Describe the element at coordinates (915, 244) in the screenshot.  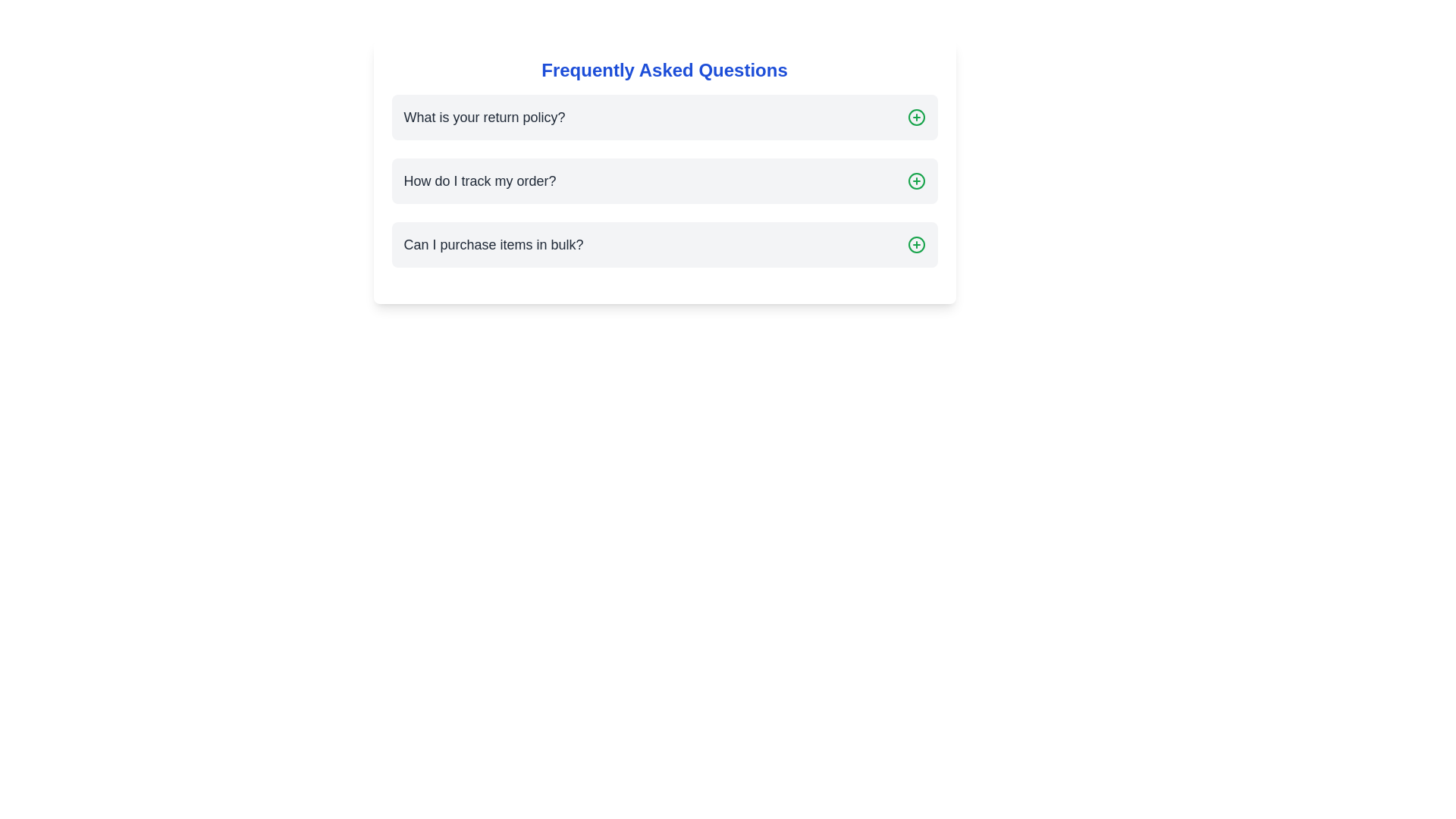
I see `the circular outline of the green plus sign icon` at that location.